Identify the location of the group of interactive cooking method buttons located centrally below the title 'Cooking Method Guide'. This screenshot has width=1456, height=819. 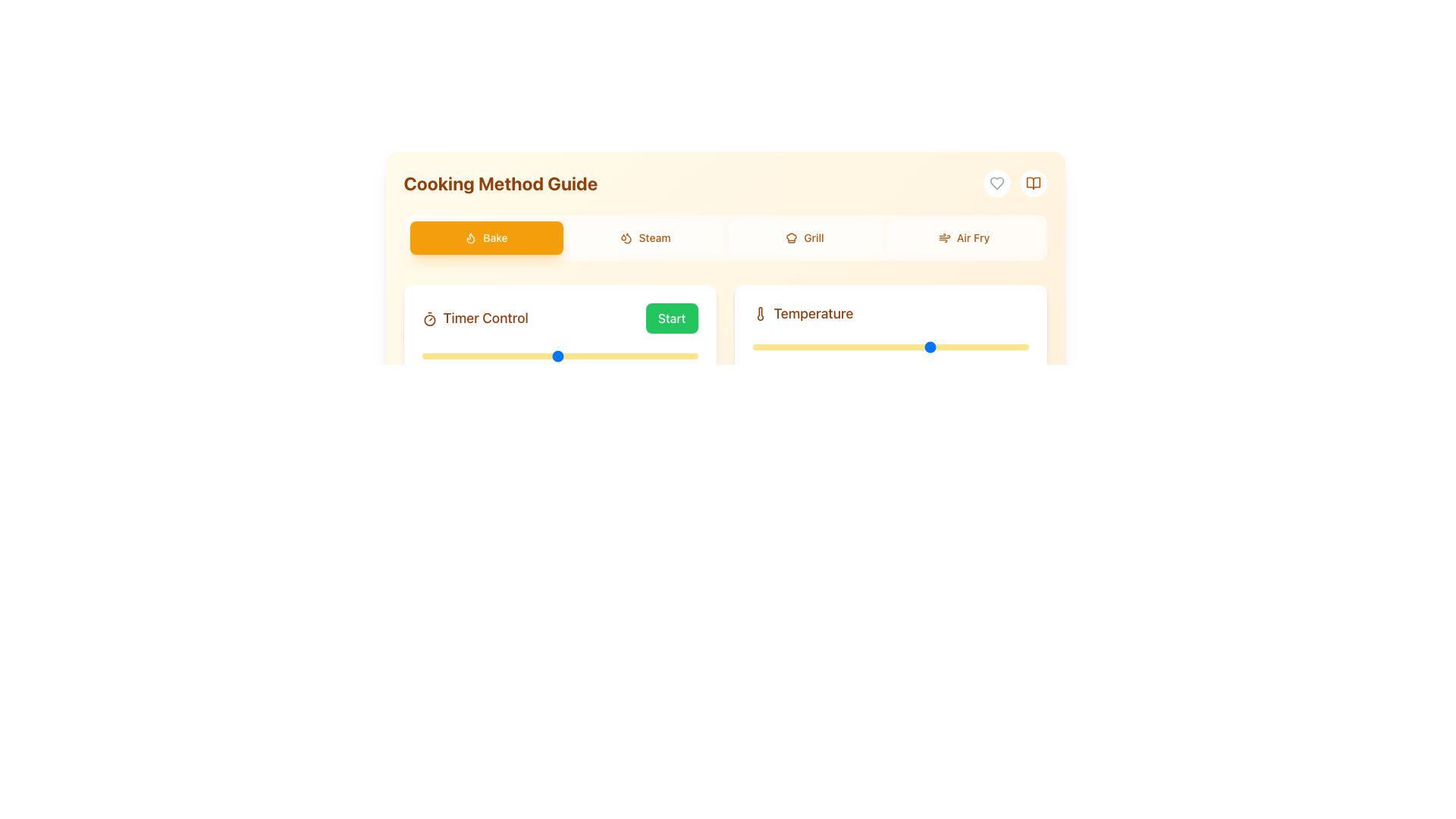
(724, 237).